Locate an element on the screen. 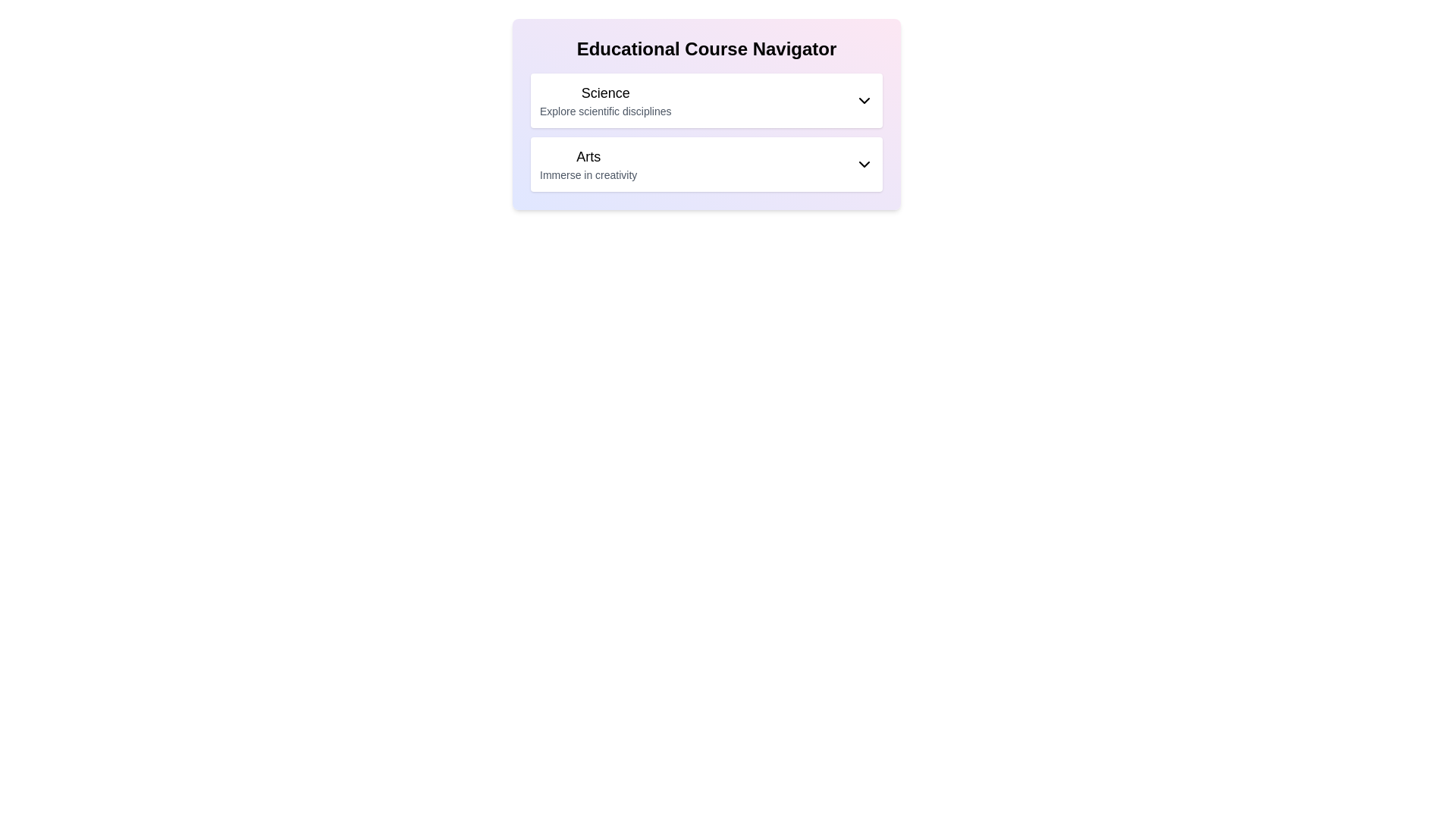 This screenshot has width=1456, height=819. the descriptive text label 'Immerse in creativity' located below the title 'Arts' in the 'Educational Course Navigator' interface is located at coordinates (588, 174).